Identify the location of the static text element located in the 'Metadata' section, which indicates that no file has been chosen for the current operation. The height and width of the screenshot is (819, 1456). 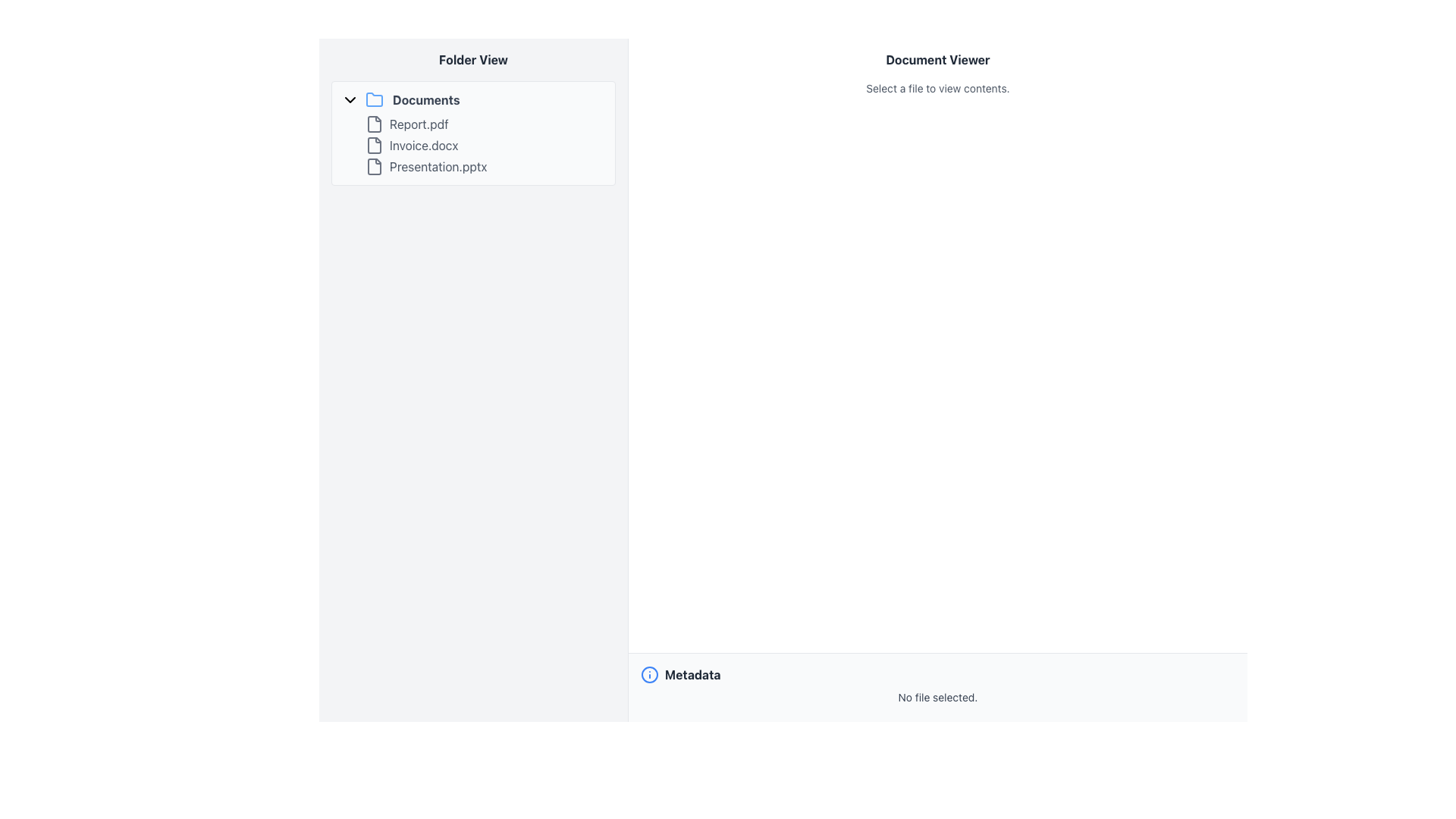
(937, 698).